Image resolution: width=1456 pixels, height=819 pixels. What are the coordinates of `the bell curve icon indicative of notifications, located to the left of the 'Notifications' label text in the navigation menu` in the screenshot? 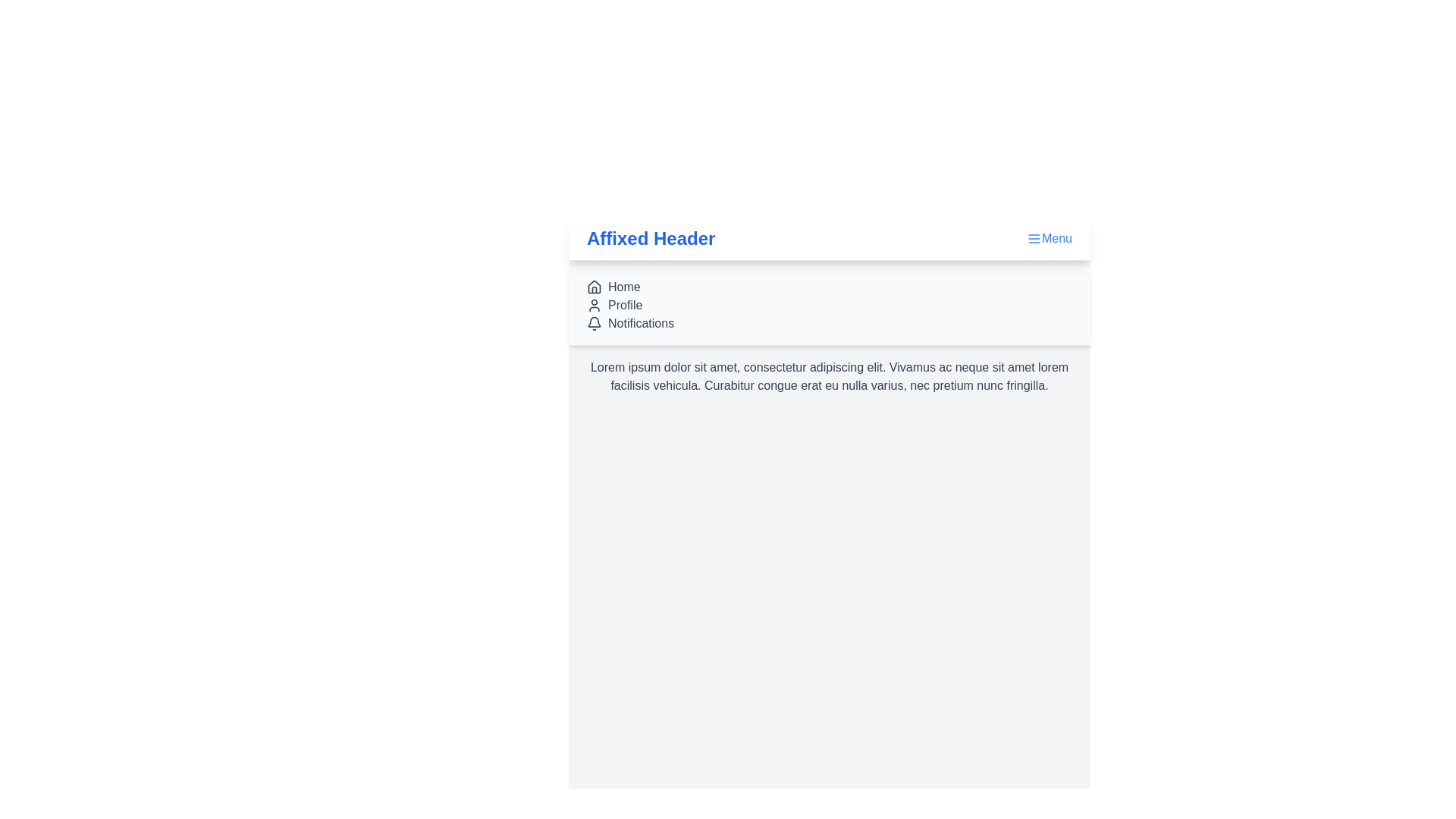 It's located at (593, 321).